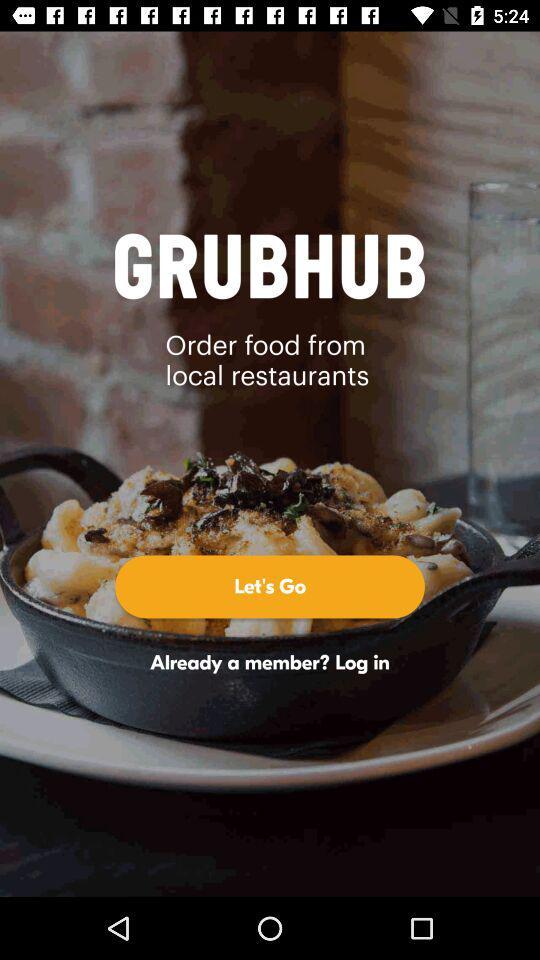 Image resolution: width=540 pixels, height=960 pixels. What do you see at coordinates (270, 662) in the screenshot?
I see `the icon below let's go icon` at bounding box center [270, 662].